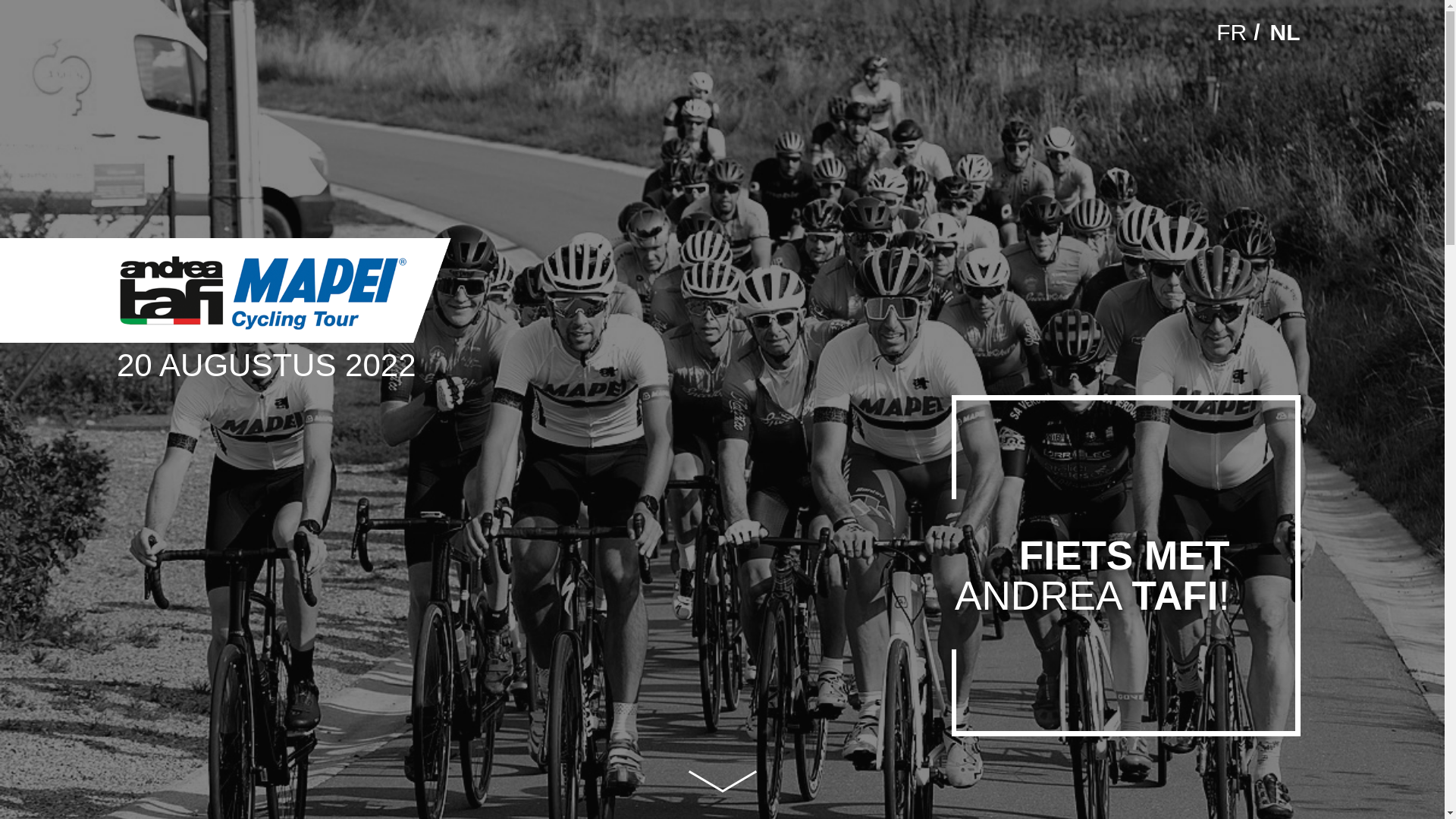 The height and width of the screenshot is (819, 1456). What do you see at coordinates (1284, 32) in the screenshot?
I see `'NL'` at bounding box center [1284, 32].